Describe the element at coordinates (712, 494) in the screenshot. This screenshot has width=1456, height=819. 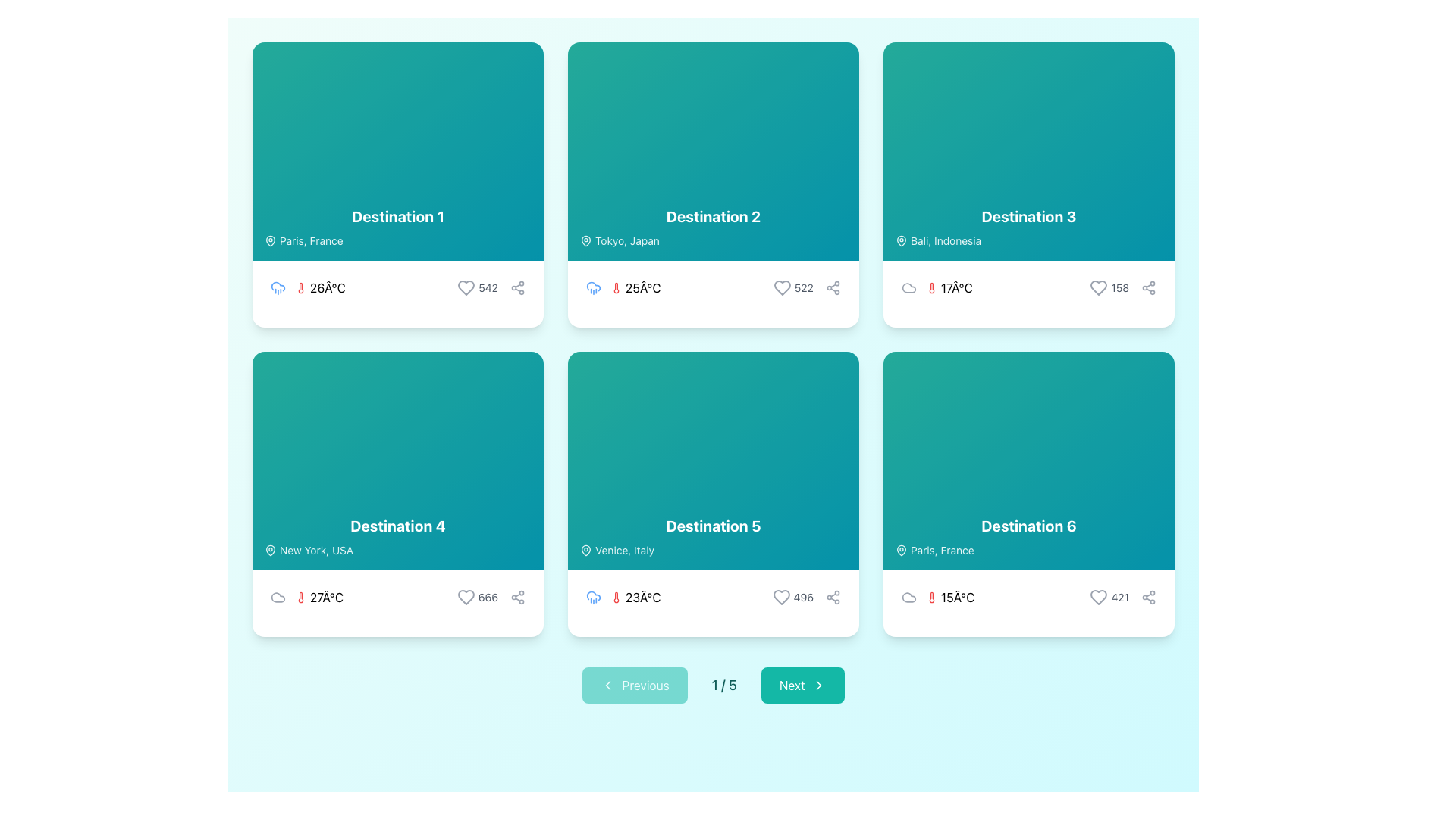
I see `the fifth destination card in the grid layout` at that location.